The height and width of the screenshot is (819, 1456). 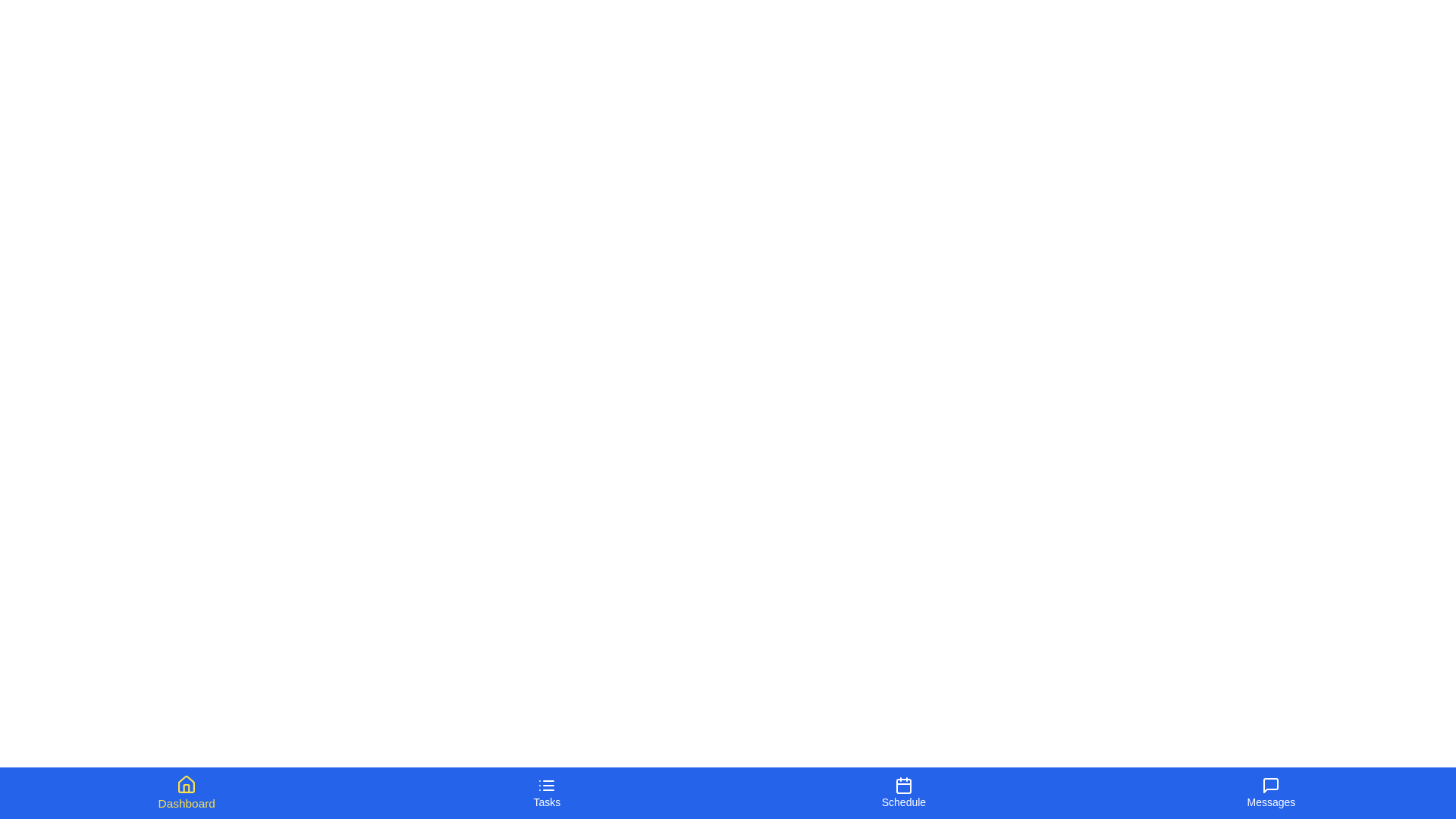 What do you see at coordinates (1270, 792) in the screenshot?
I see `the tab labeled Messages in the bottom navigation` at bounding box center [1270, 792].